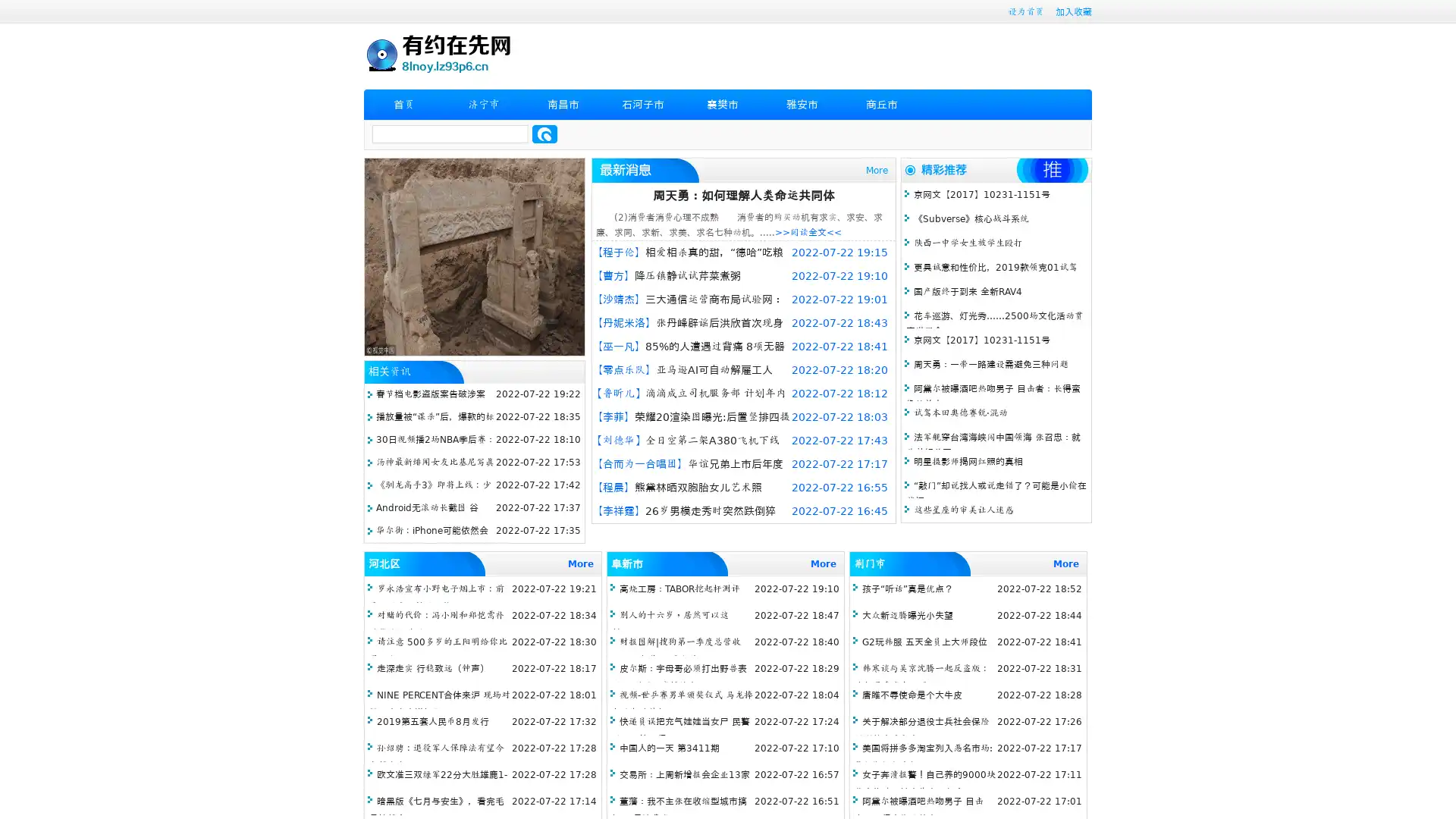 The width and height of the screenshot is (1456, 819). What do you see at coordinates (544, 133) in the screenshot?
I see `Search` at bounding box center [544, 133].